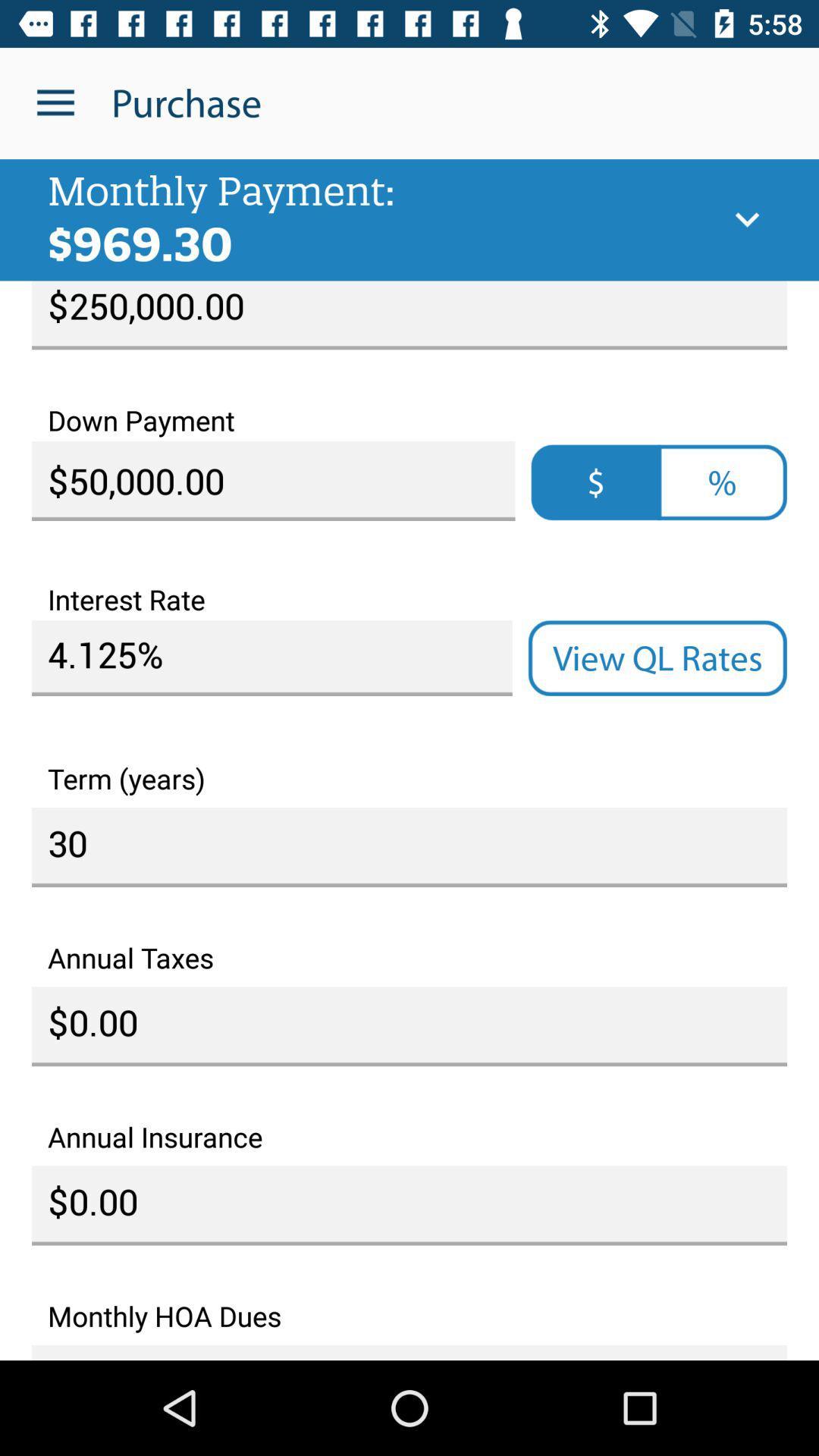 The height and width of the screenshot is (1456, 819). What do you see at coordinates (721, 482) in the screenshot?
I see `%` at bounding box center [721, 482].